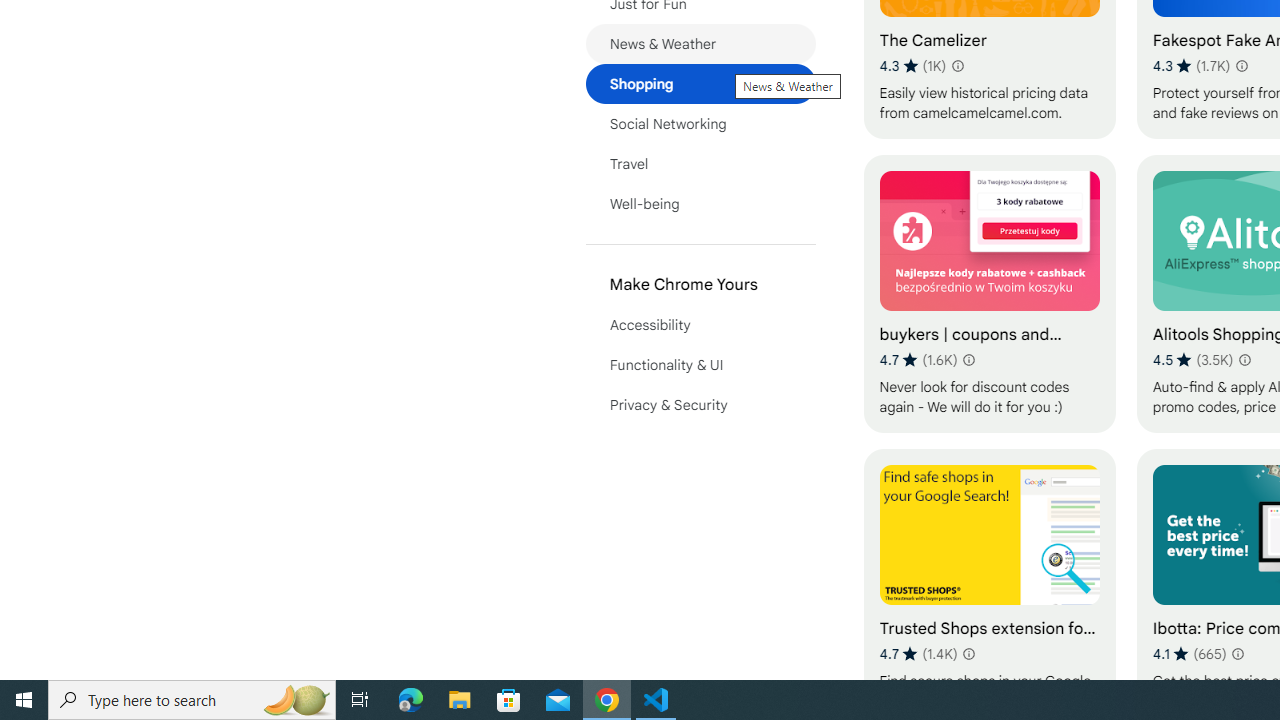 This screenshot has height=720, width=1280. I want to click on 'buykers | coupons and discount codes', so click(989, 293).